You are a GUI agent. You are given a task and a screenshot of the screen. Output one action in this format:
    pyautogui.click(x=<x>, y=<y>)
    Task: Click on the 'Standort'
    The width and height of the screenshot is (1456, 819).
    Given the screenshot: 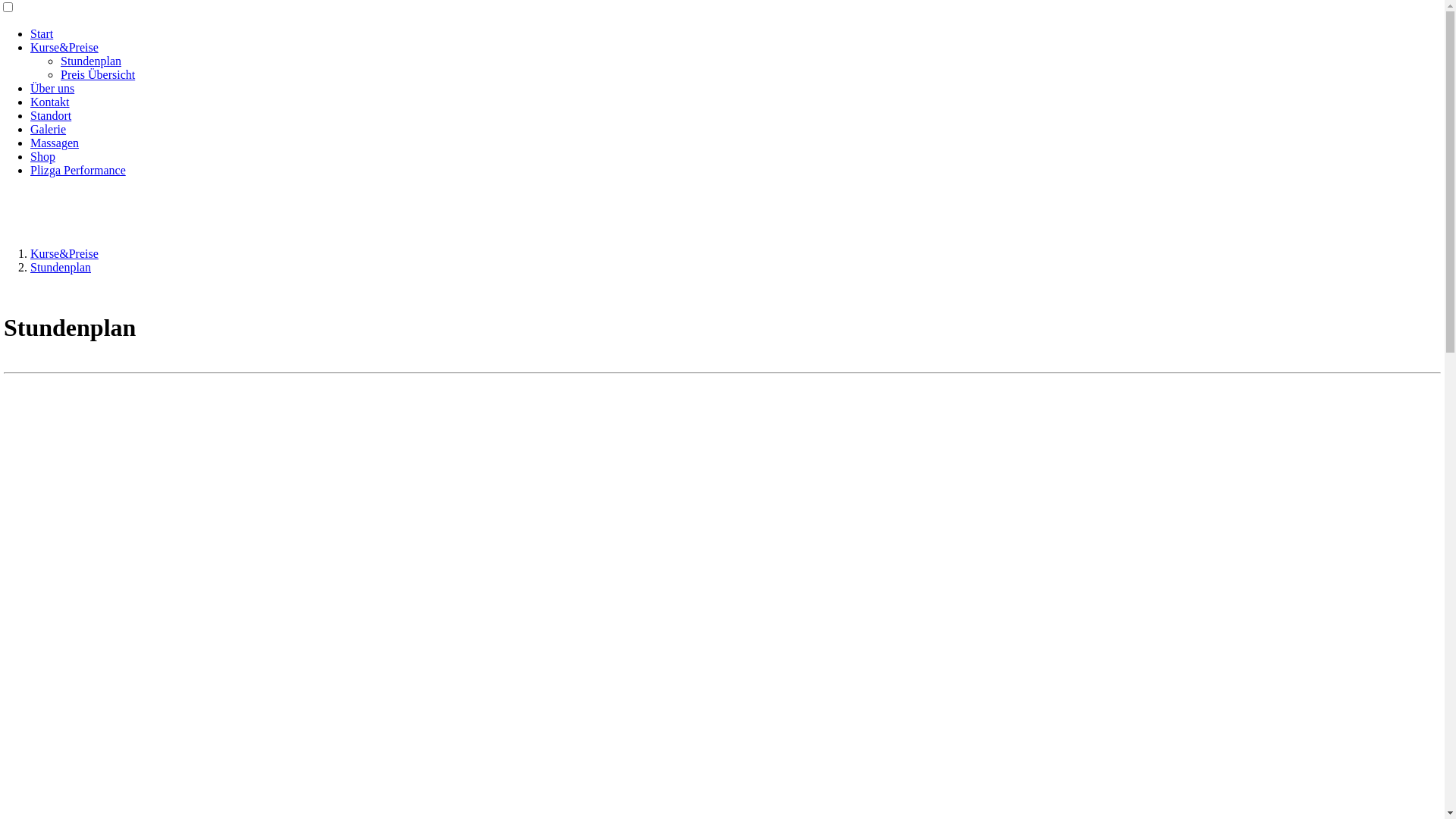 What is the action you would take?
    pyautogui.click(x=30, y=115)
    